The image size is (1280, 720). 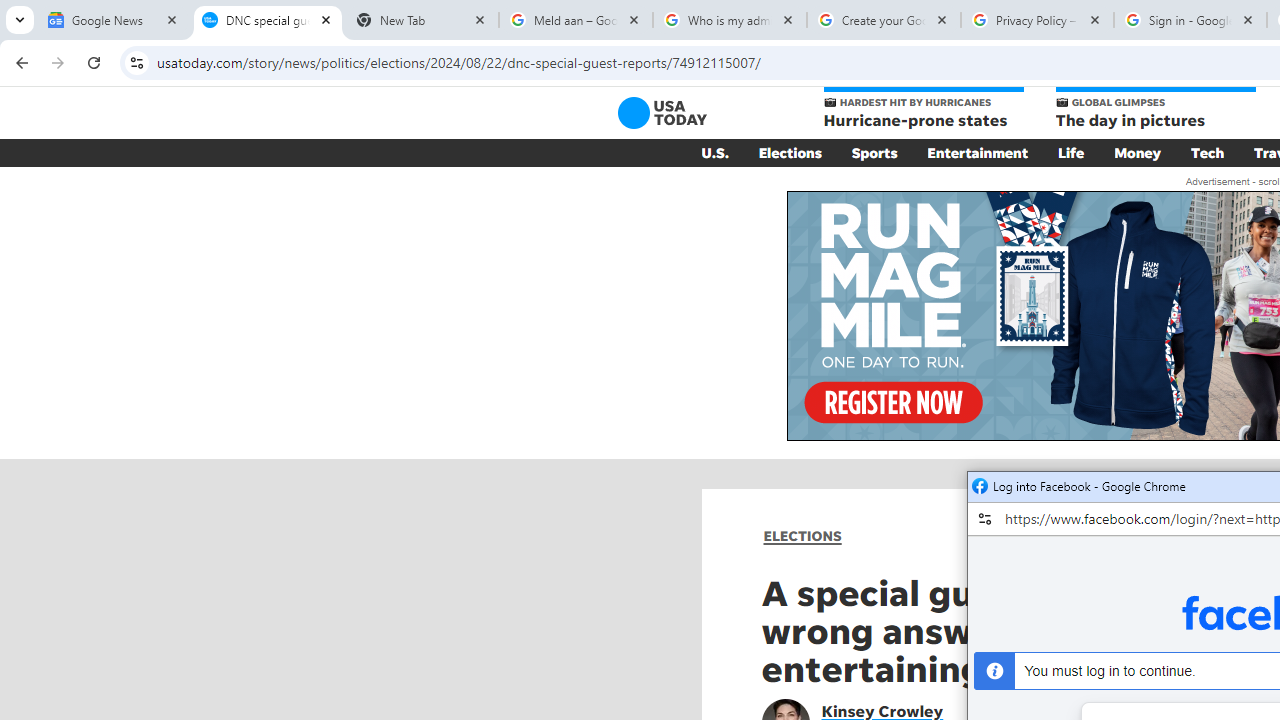 What do you see at coordinates (1137, 152) in the screenshot?
I see `'Money'` at bounding box center [1137, 152].